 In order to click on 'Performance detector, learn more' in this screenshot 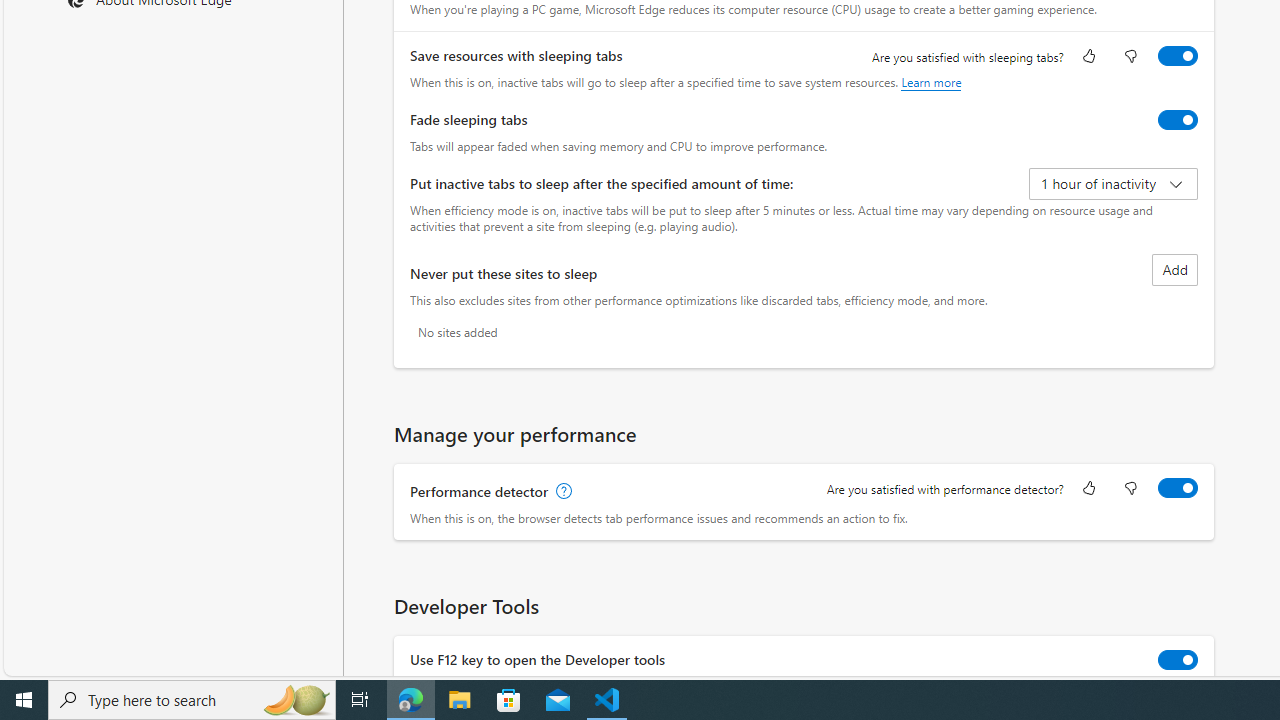, I will do `click(561, 492)`.